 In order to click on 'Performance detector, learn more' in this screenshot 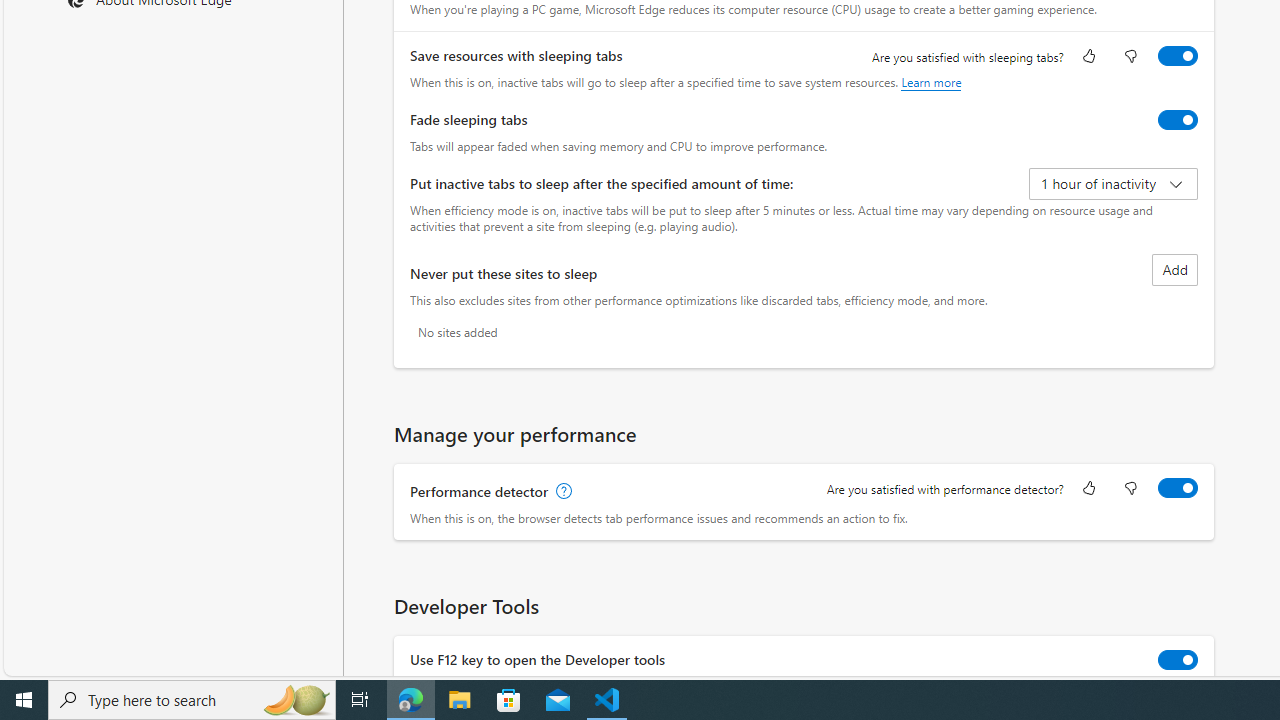, I will do `click(561, 492)`.